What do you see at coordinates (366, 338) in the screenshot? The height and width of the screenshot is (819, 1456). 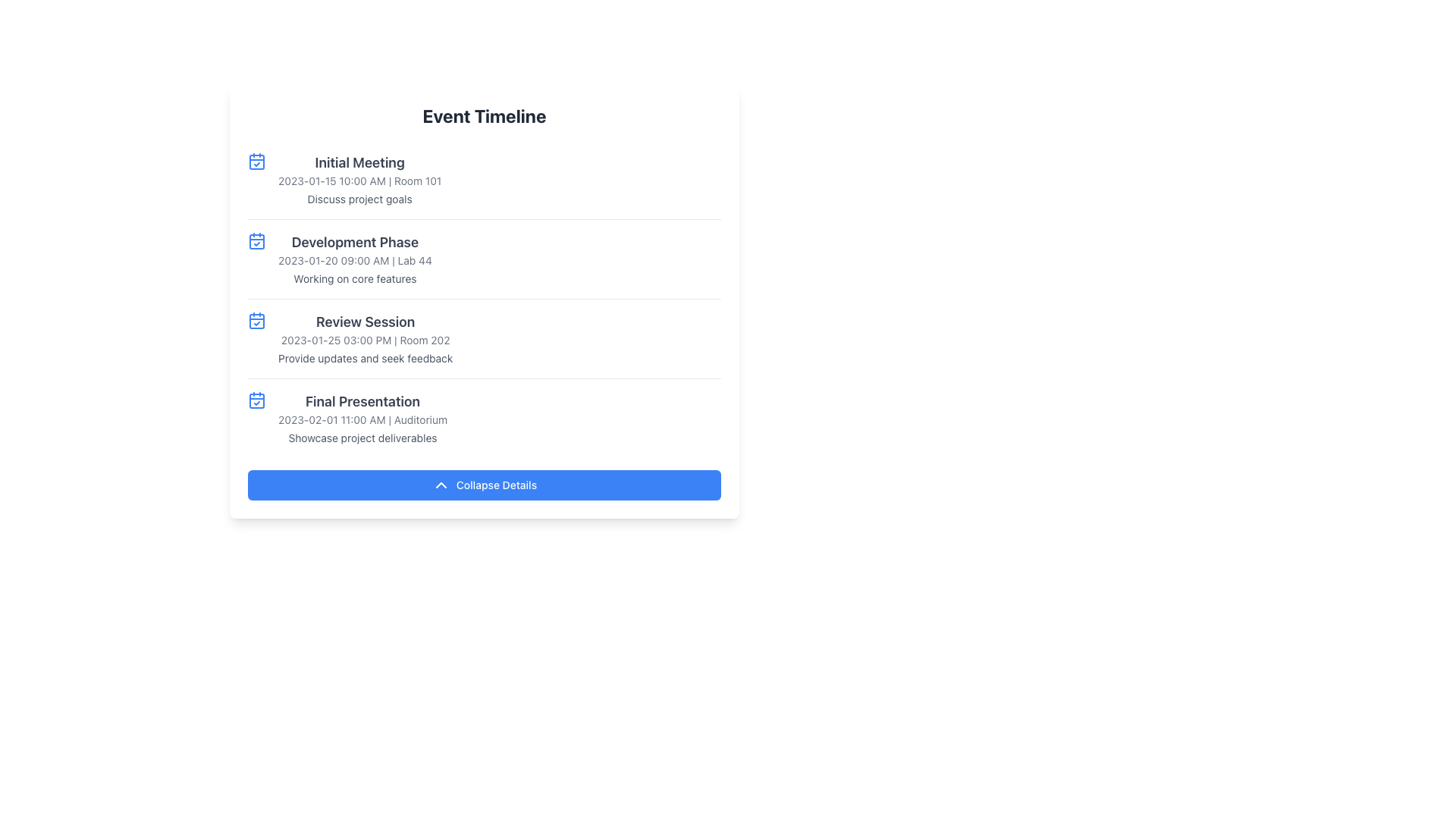 I see `details of the event displayed in the static informational text block titled 'Review Session' with the date, time, and location '2023-01-25 03:00 PM | Room 202'` at bounding box center [366, 338].